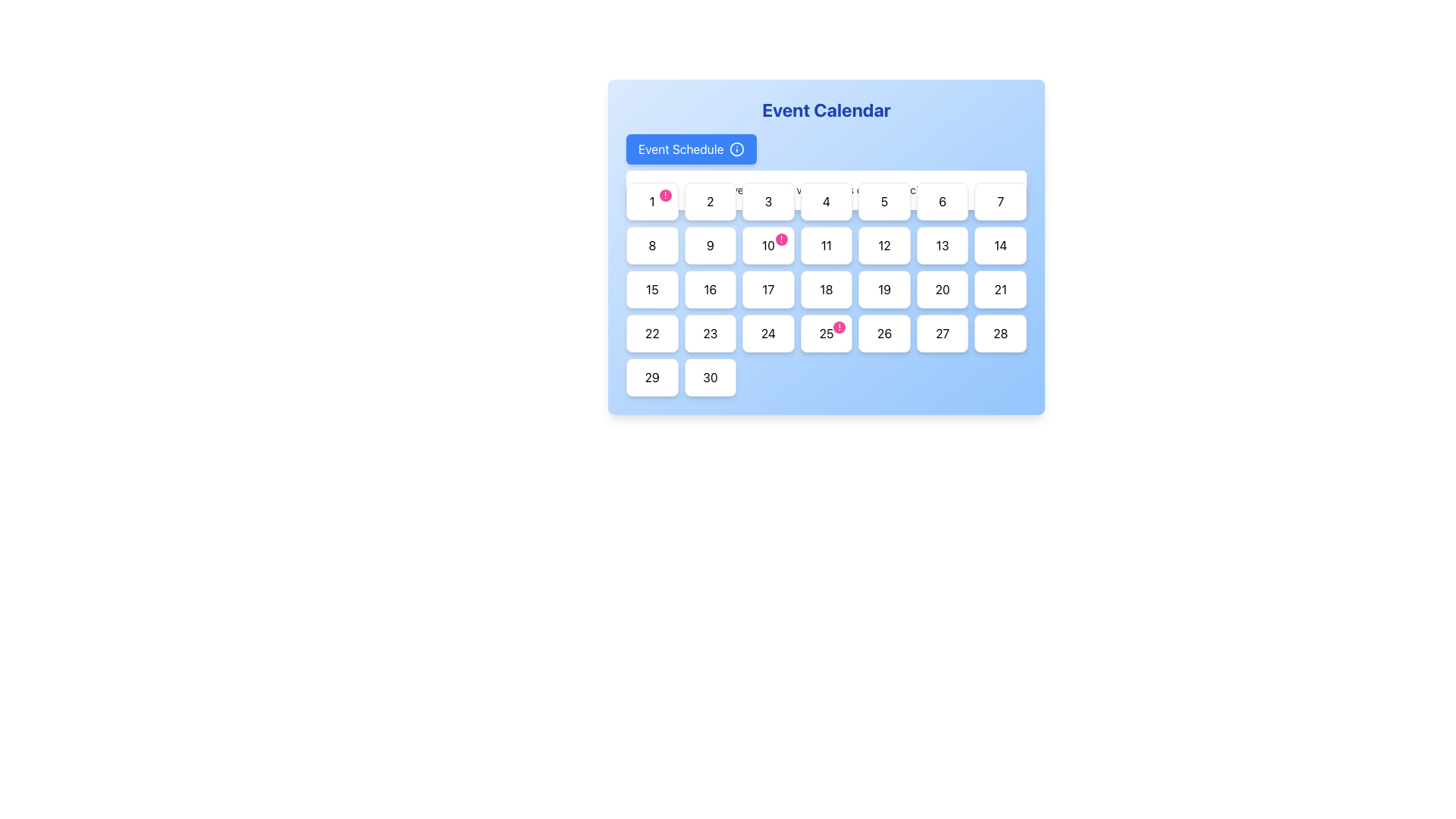  Describe the element at coordinates (737, 149) in the screenshot. I see `the information icon with a blue border and white background, located immediately to the right of the 'Event Schedule' text on the blue button` at that location.